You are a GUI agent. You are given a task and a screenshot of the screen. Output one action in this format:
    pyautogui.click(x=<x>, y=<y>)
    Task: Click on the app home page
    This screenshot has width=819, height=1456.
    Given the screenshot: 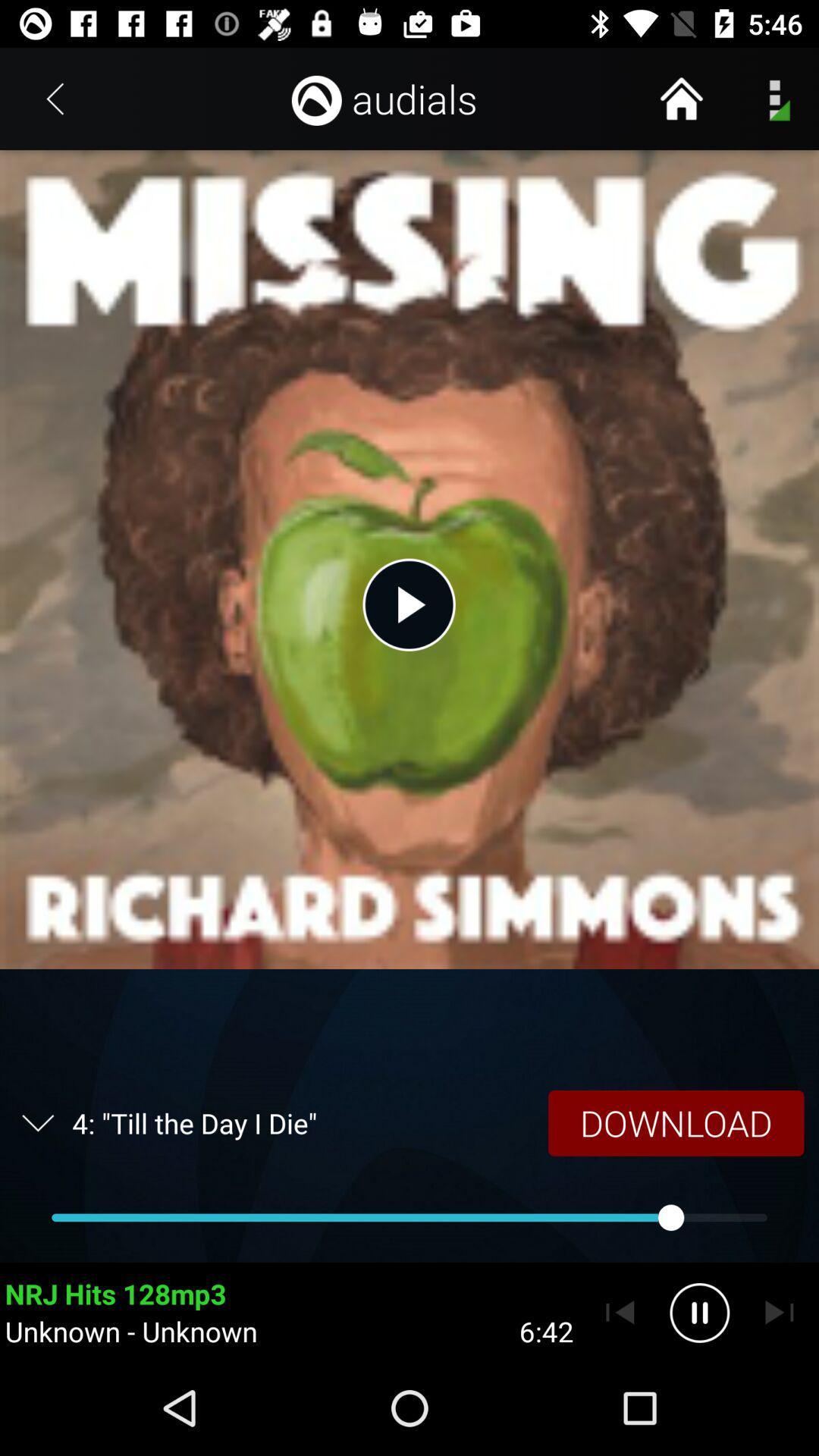 What is the action you would take?
    pyautogui.click(x=680, y=98)
    